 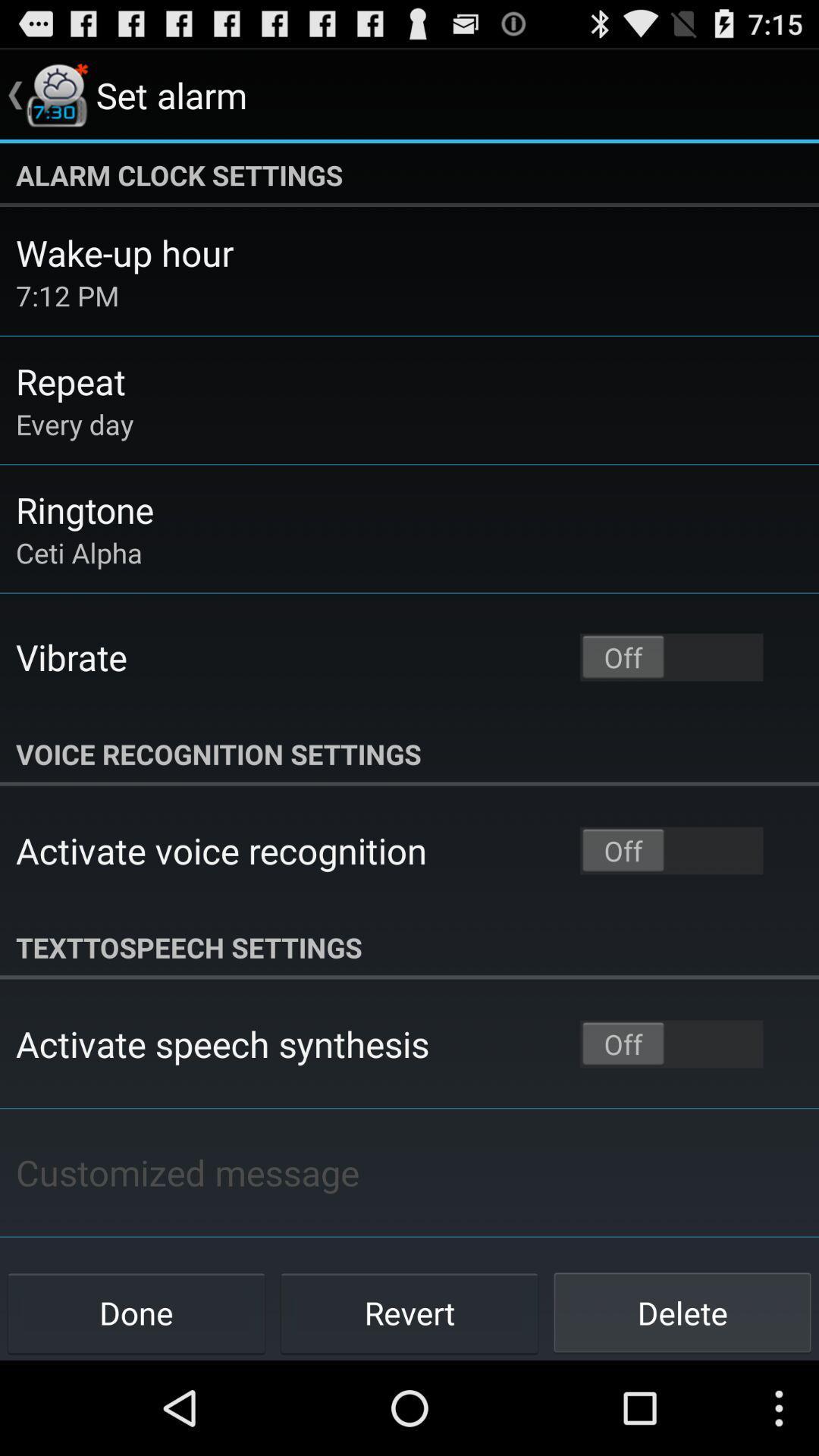 I want to click on the item above the done icon, so click(x=187, y=1172).